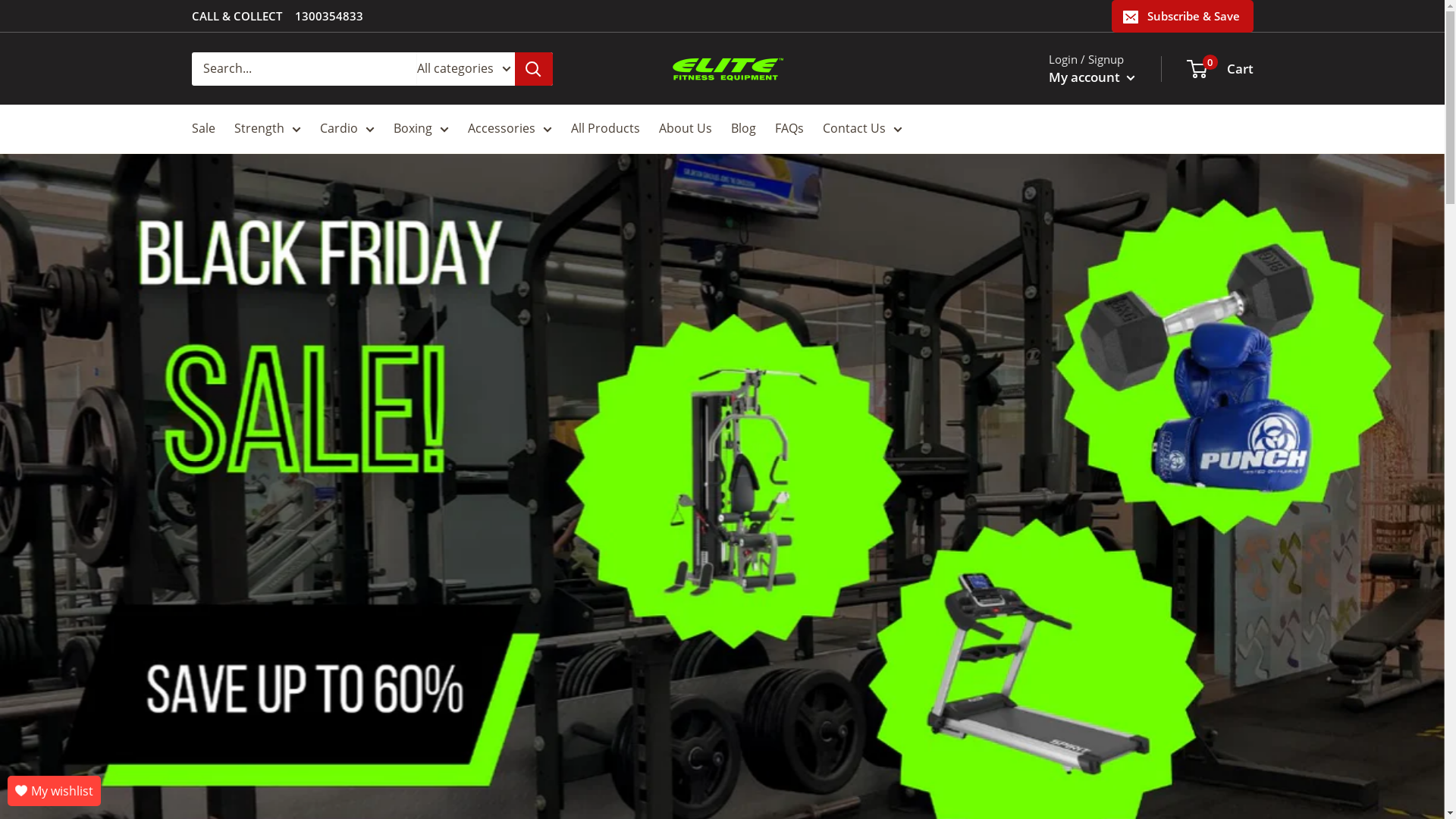  Describe the element at coordinates (1111, 15) in the screenshot. I see `'Subscribe & Save'` at that location.